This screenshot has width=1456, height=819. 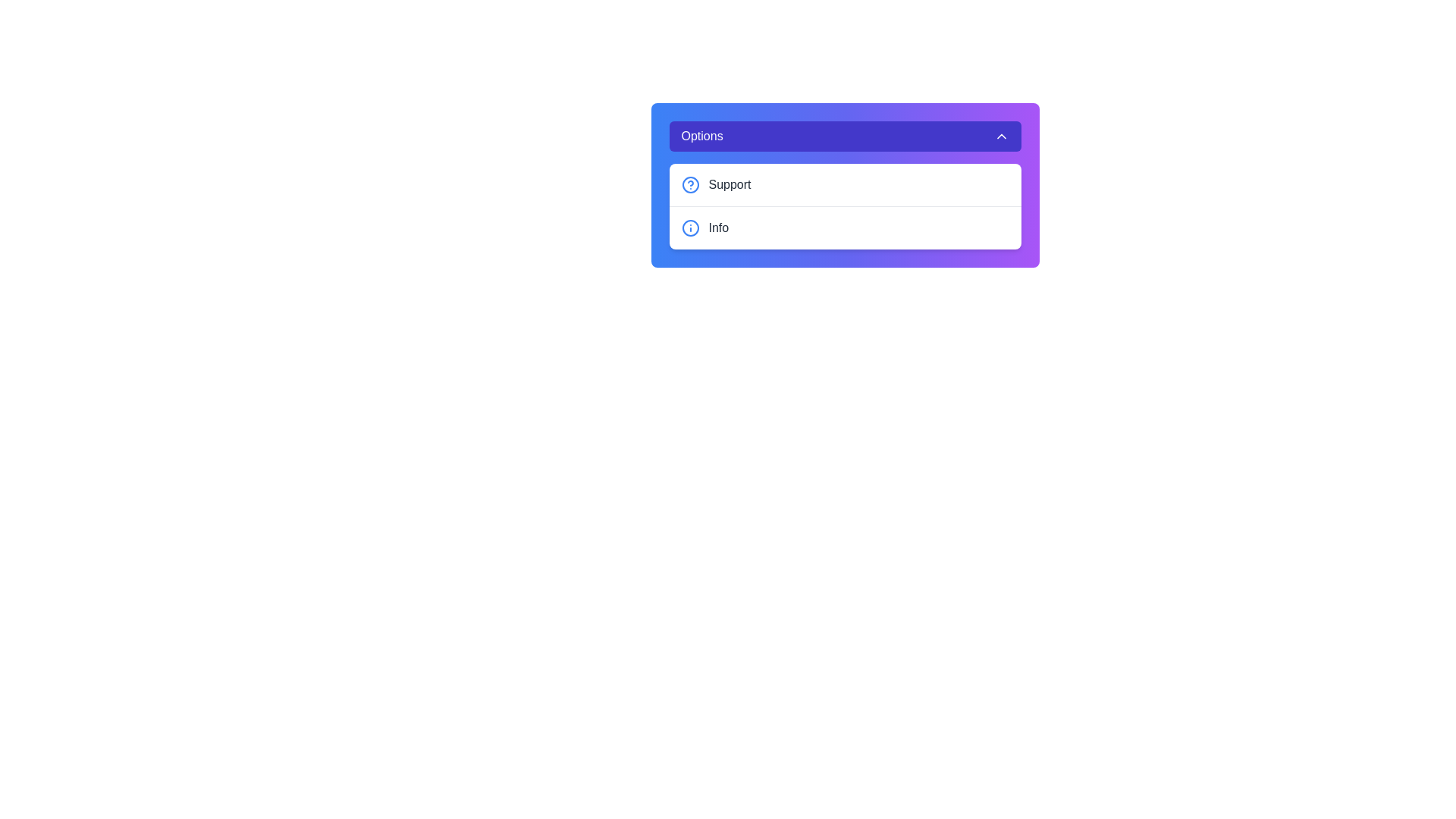 What do you see at coordinates (717, 227) in the screenshot?
I see `the 'Info' text label element, which is styled with a gray font color and positioned to the right of a blue information icon in a vertical menu` at bounding box center [717, 227].